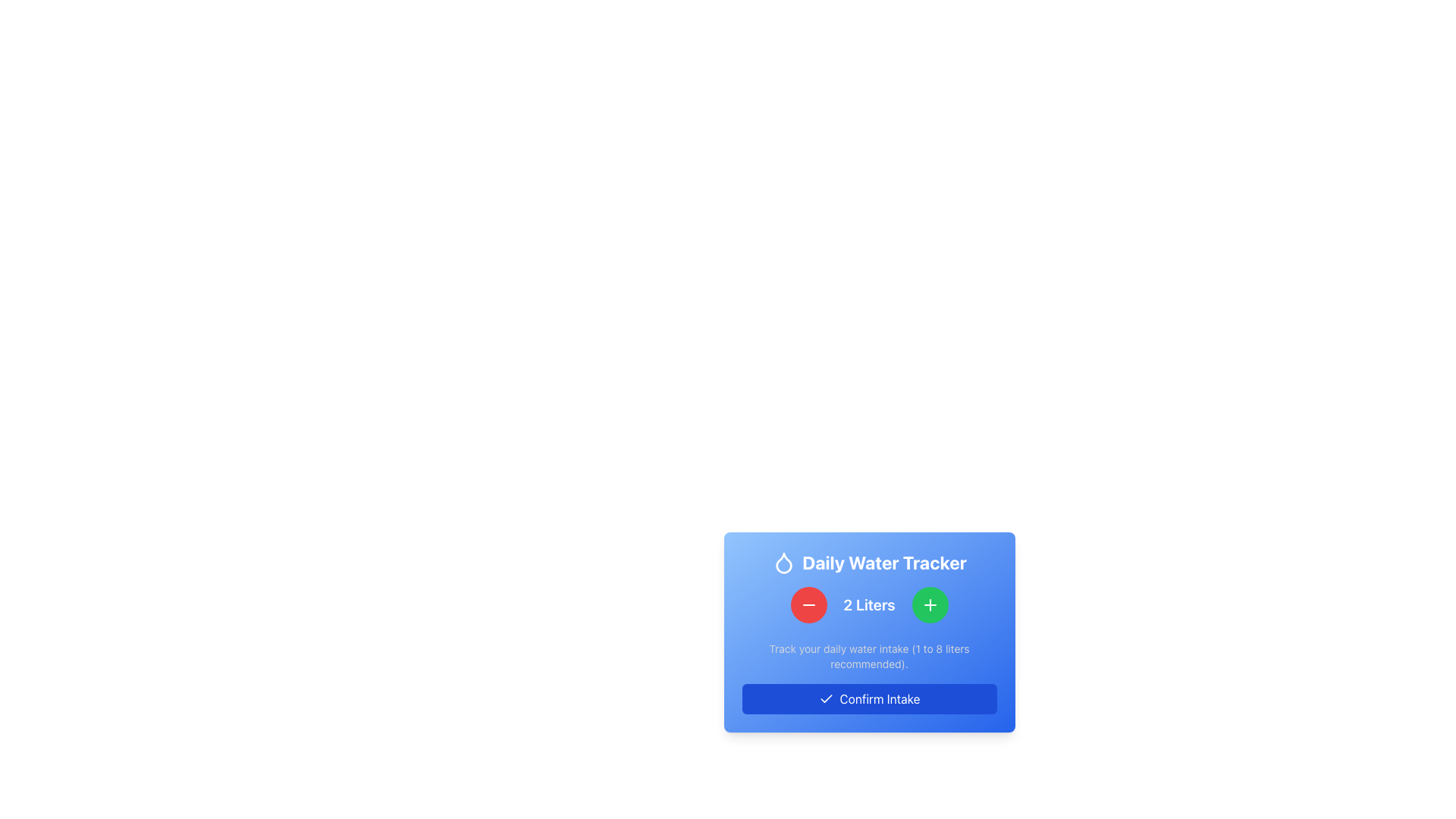 This screenshot has height=819, width=1456. I want to click on the checkmark icon located on the left side of the 'Confirm Intake' button, which visually indicates confirmation, so click(825, 698).